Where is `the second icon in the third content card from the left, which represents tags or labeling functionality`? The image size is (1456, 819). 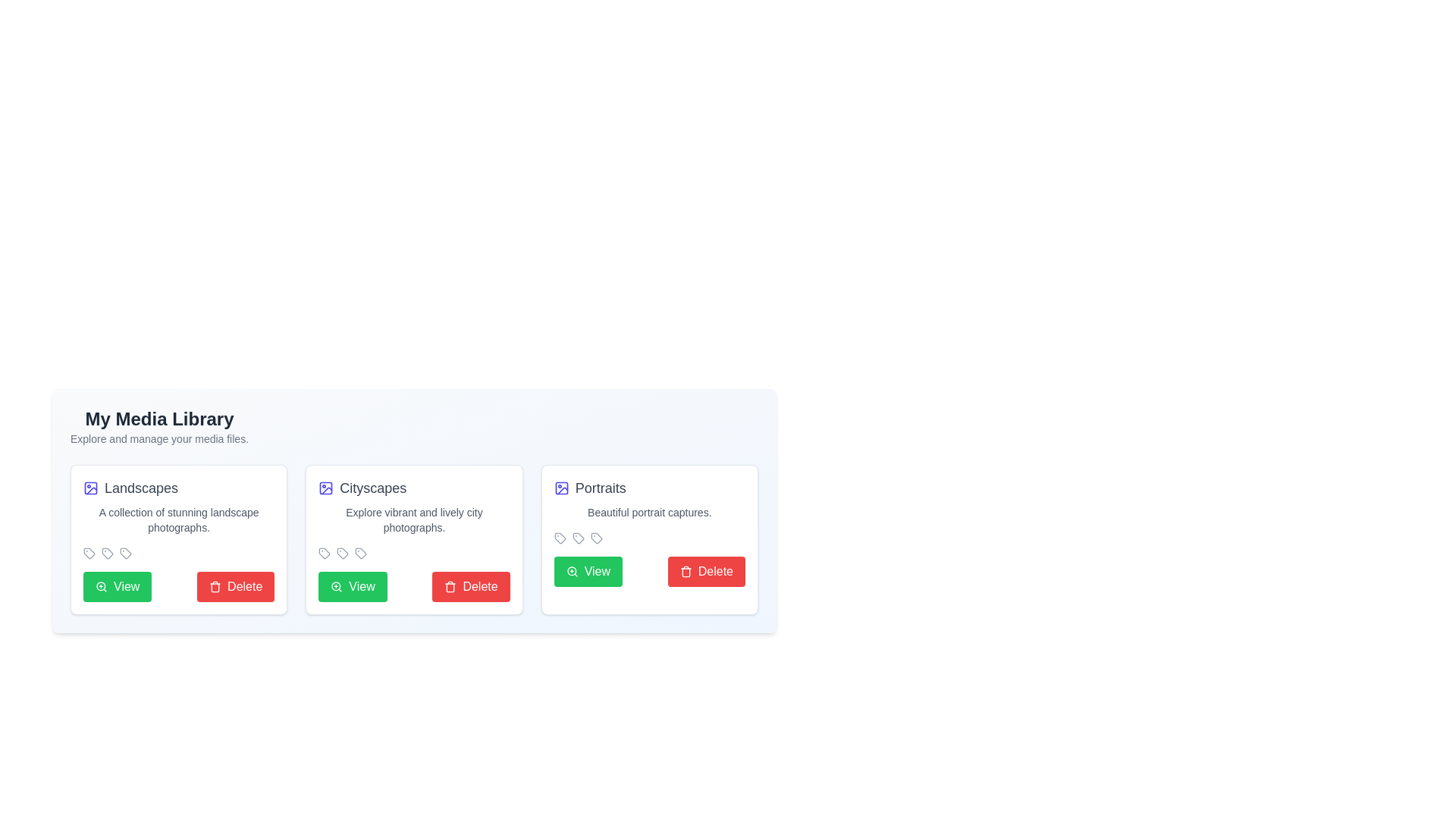
the second icon in the third content card from the left, which represents tags or labeling functionality is located at coordinates (577, 537).